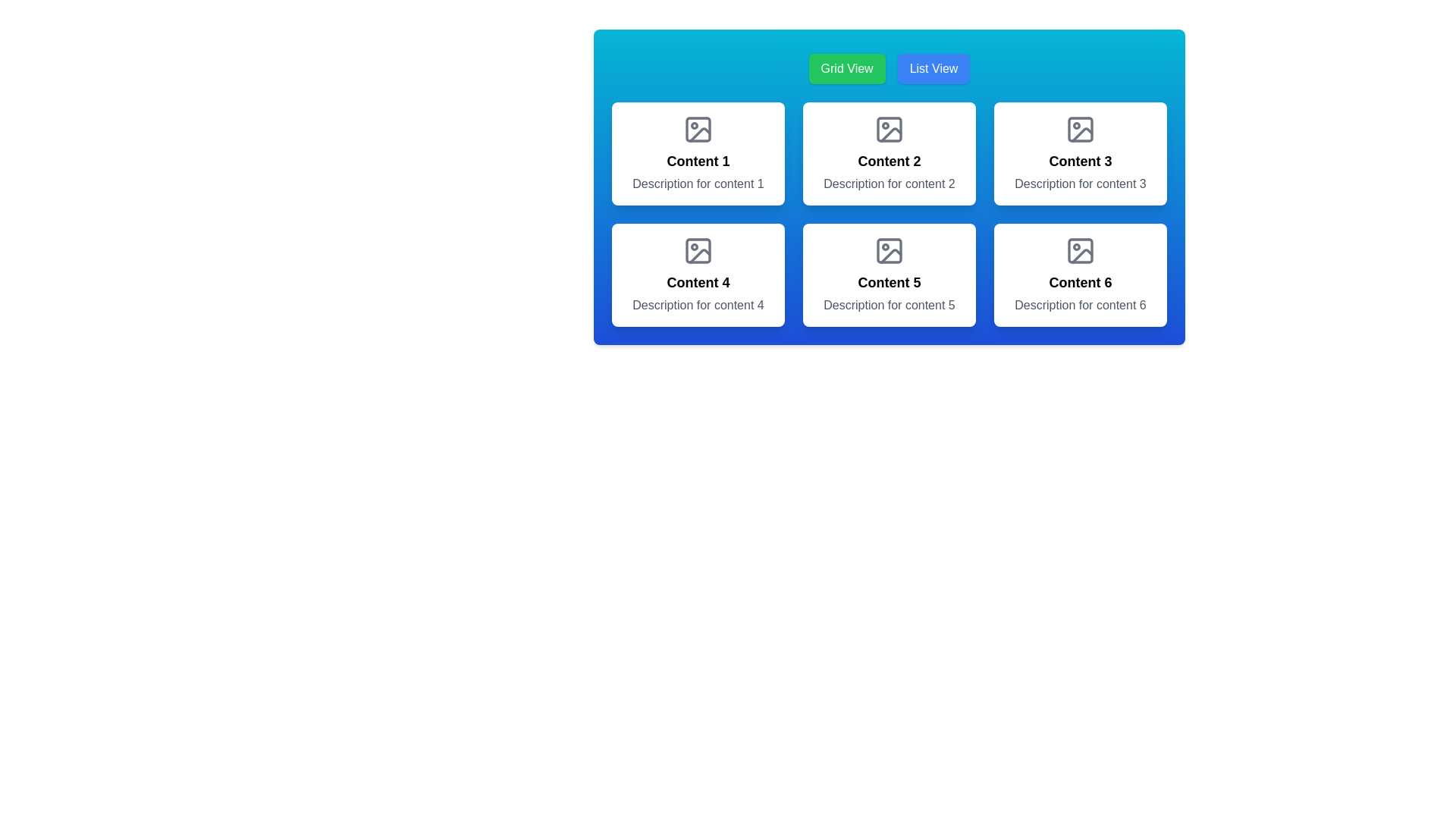 Image resolution: width=1456 pixels, height=819 pixels. Describe the element at coordinates (889, 69) in the screenshot. I see `the 'Grid View' button on the Toggle control` at that location.